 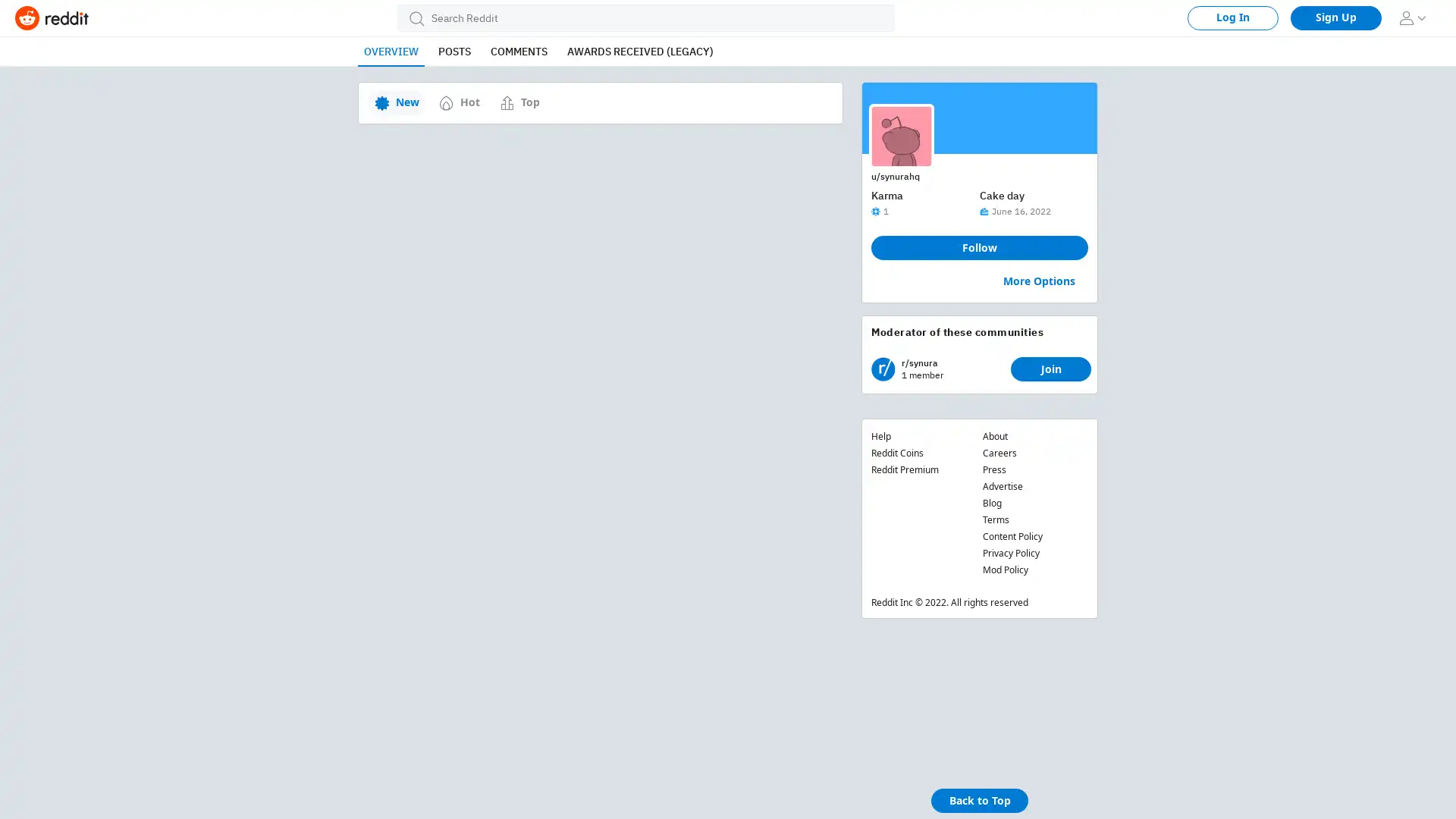 I want to click on upvote, so click(x=374, y=152).